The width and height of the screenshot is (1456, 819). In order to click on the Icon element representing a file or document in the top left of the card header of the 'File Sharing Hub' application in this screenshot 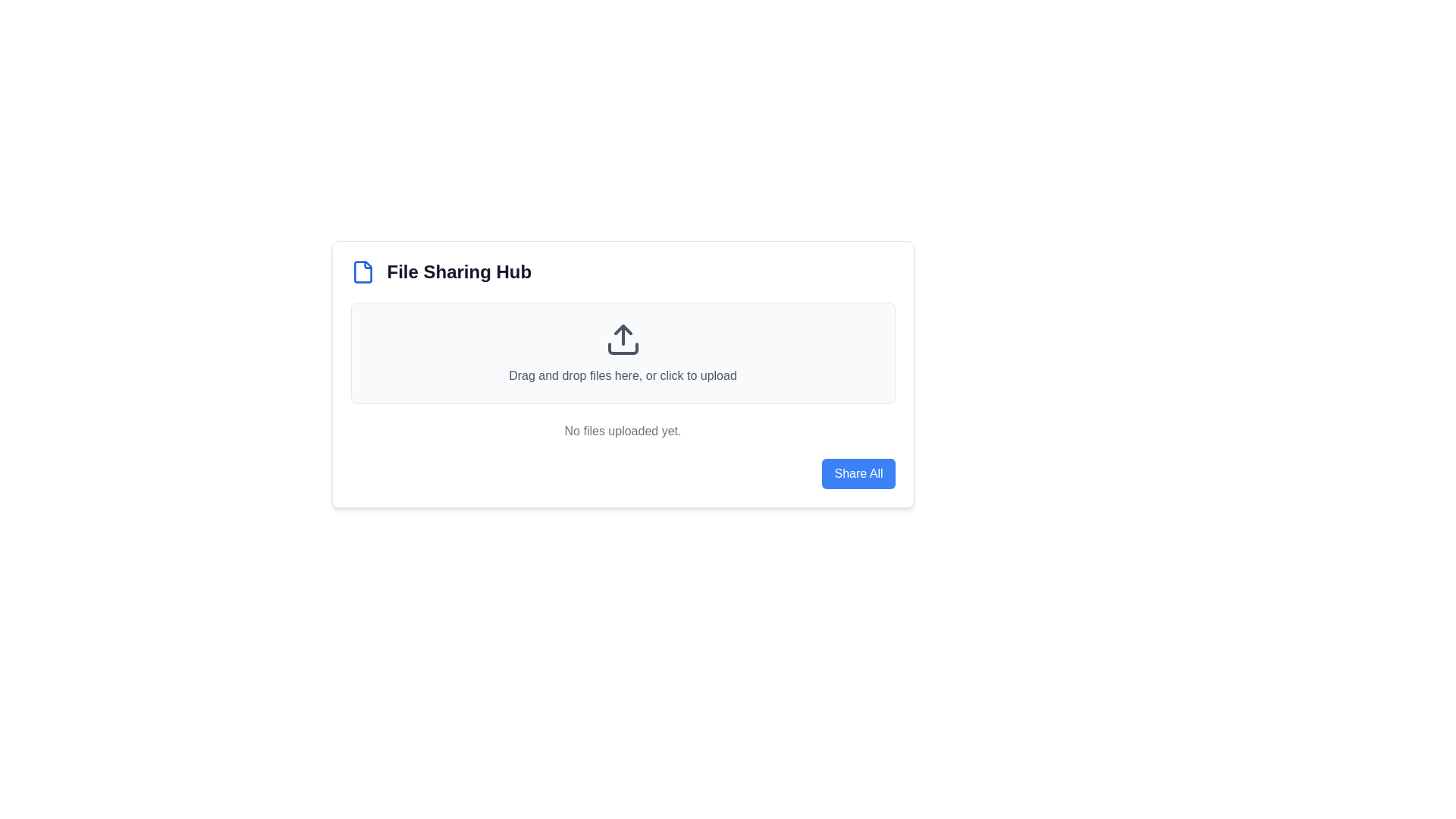, I will do `click(362, 271)`.